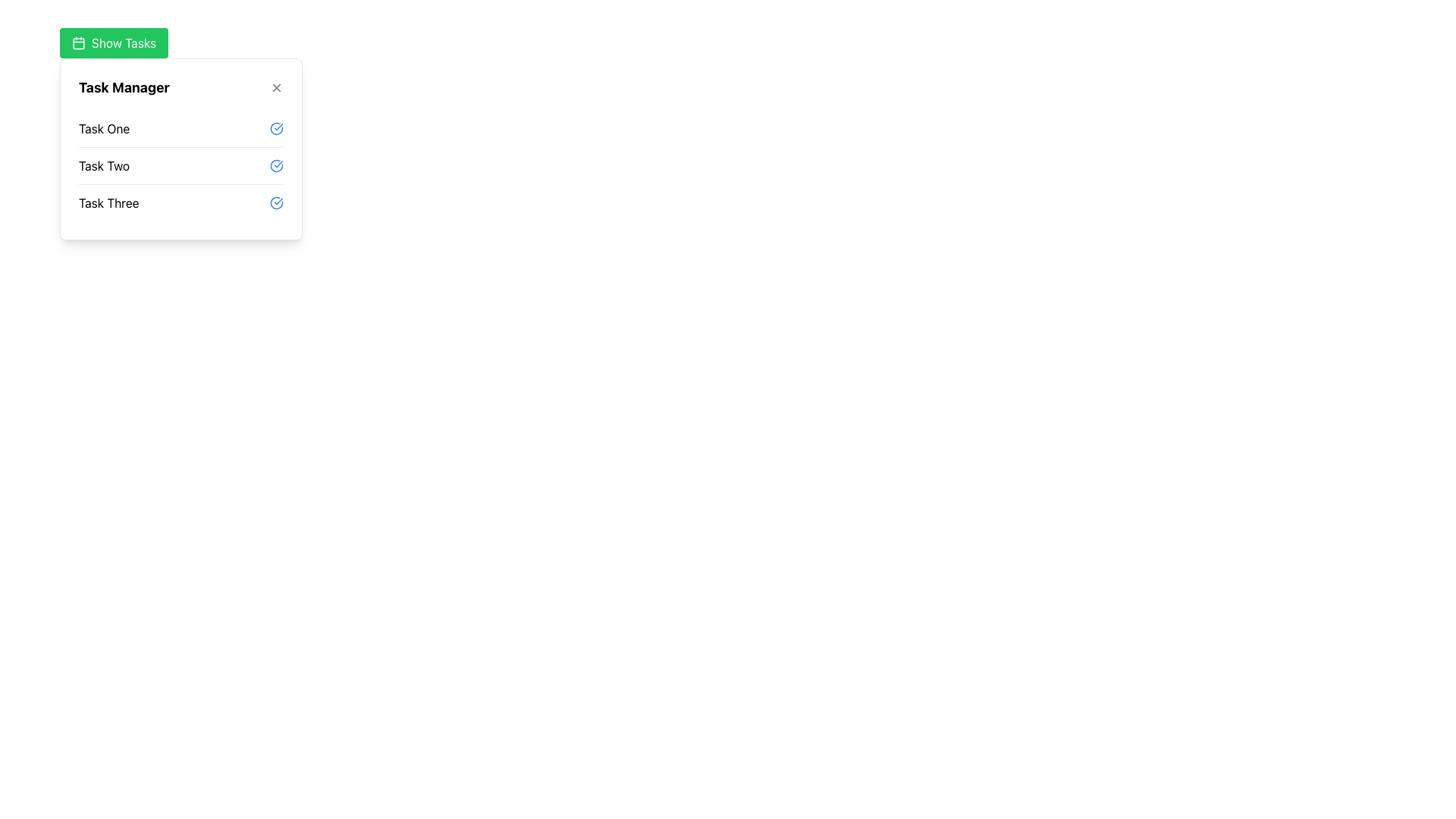 The height and width of the screenshot is (819, 1456). Describe the element at coordinates (78, 42) in the screenshot. I see `the calendar icon that represents the 'Show Tasks' button, located at the top-left corner of the interface` at that location.